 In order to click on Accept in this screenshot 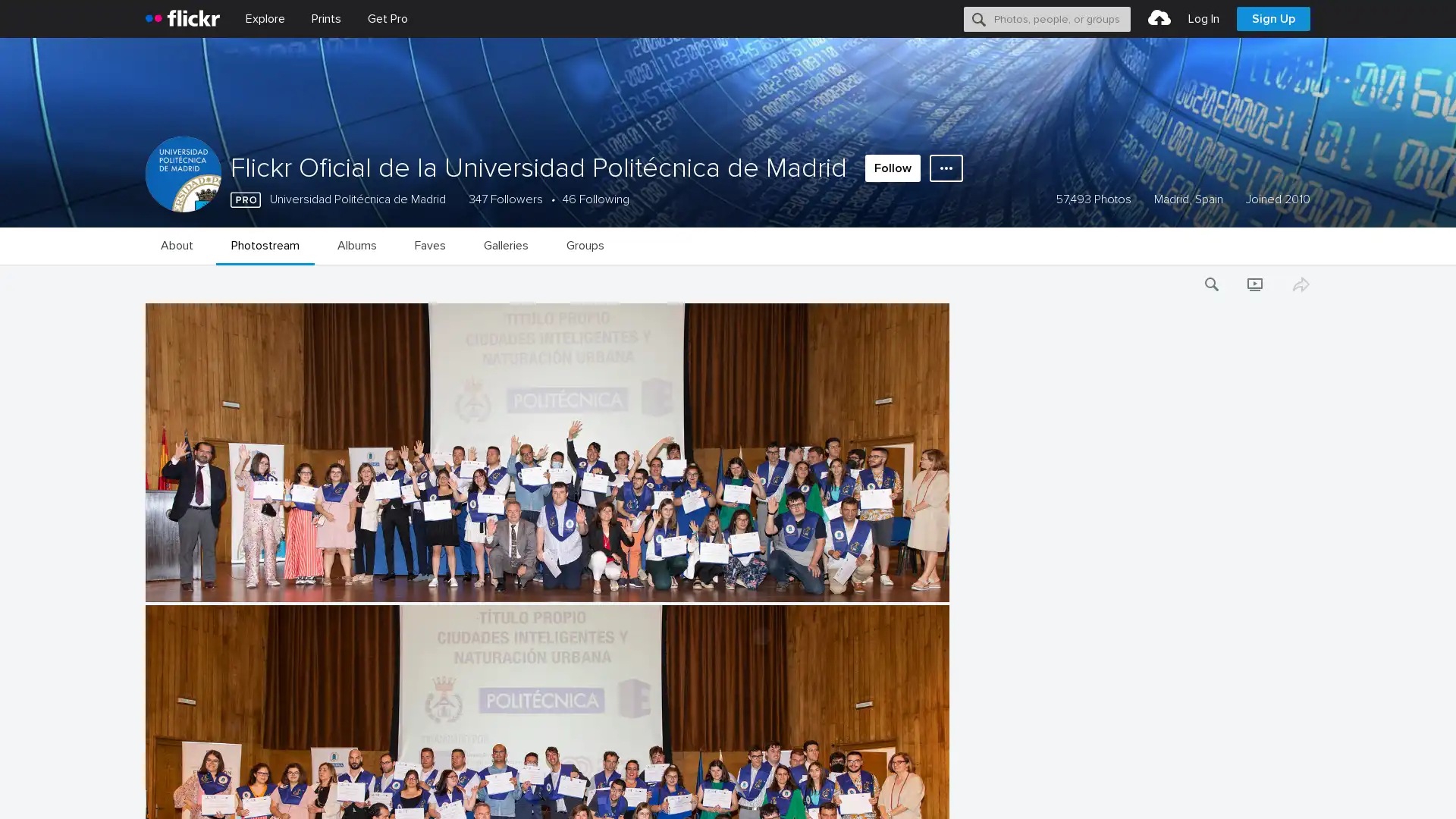, I will do `click(1156, 789)`.